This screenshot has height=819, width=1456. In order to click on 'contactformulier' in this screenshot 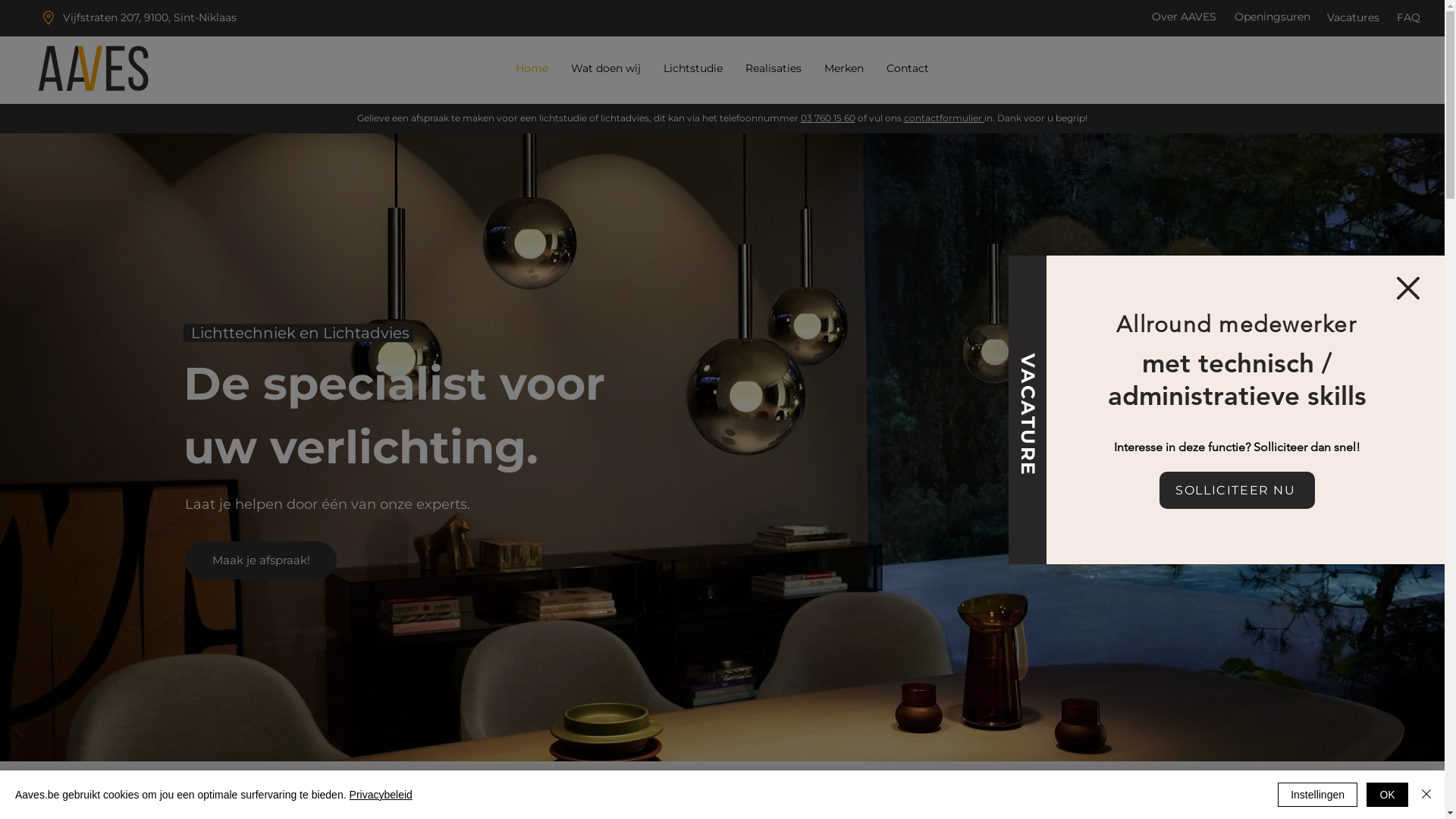, I will do `click(903, 117)`.